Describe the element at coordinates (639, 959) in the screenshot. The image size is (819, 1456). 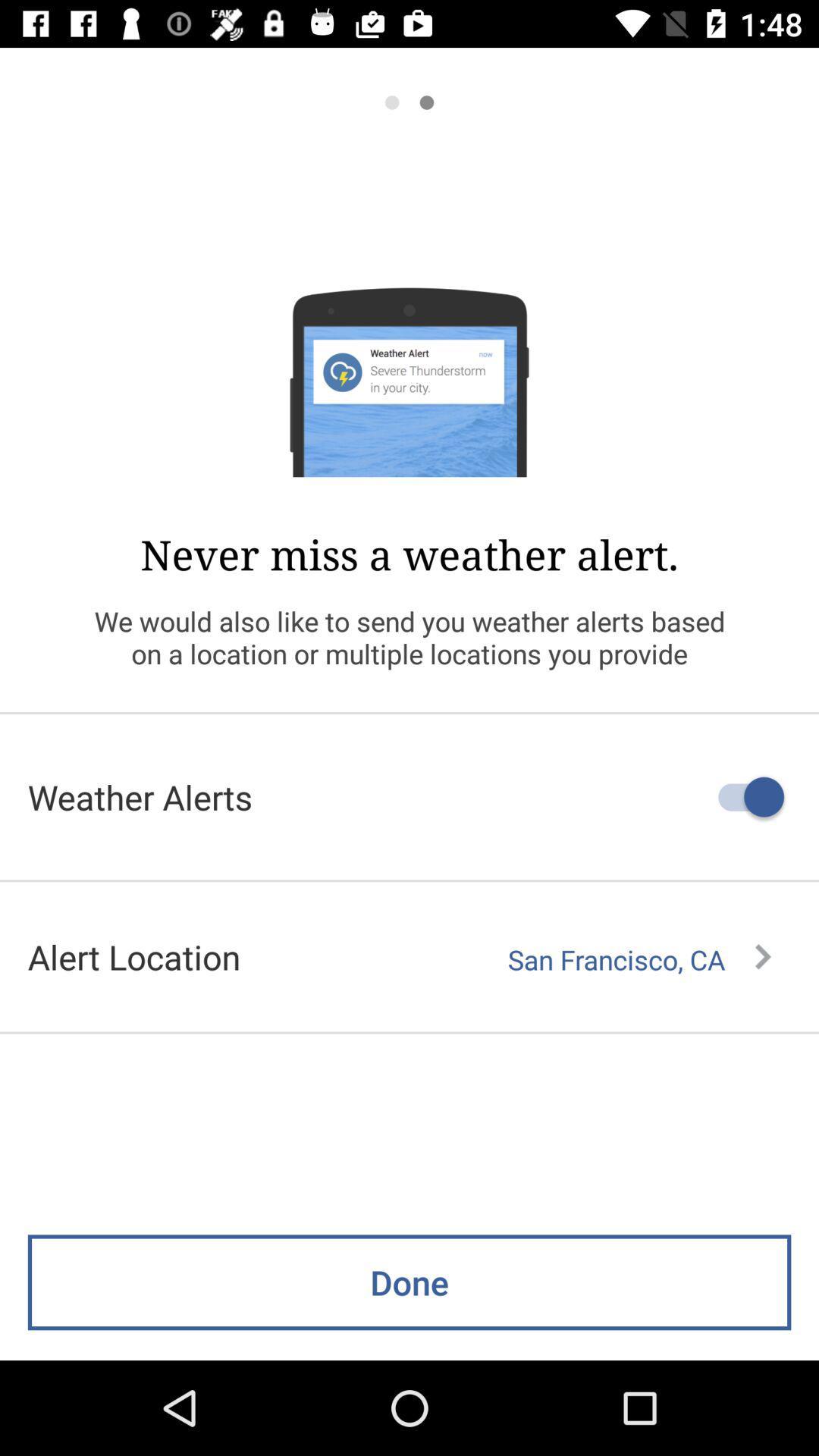
I see `the item to the right of alert location icon` at that location.